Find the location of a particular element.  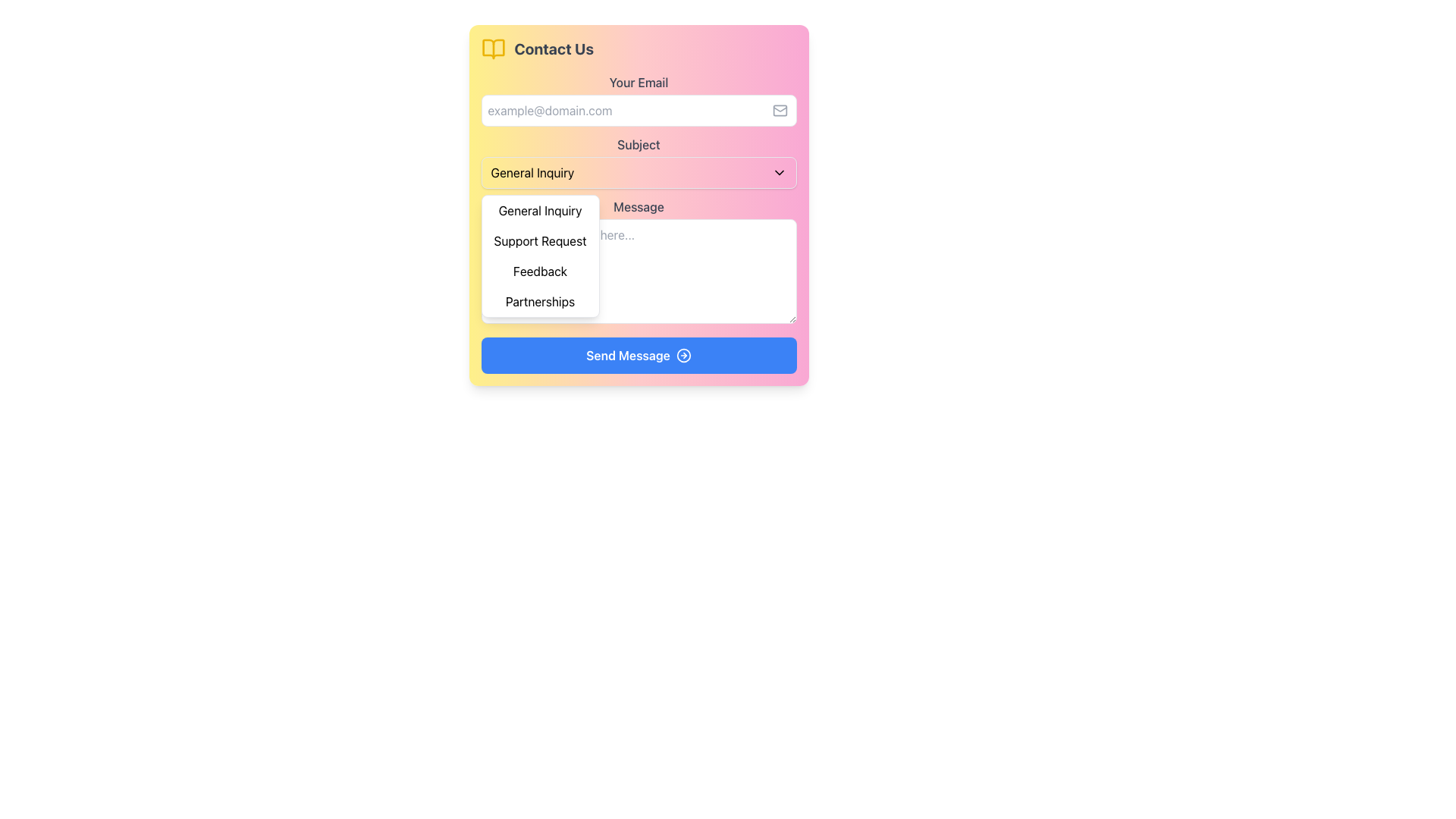

the 'Support Request' option in the dropdown menu located below the 'Subject' field in the contact form is located at coordinates (540, 240).